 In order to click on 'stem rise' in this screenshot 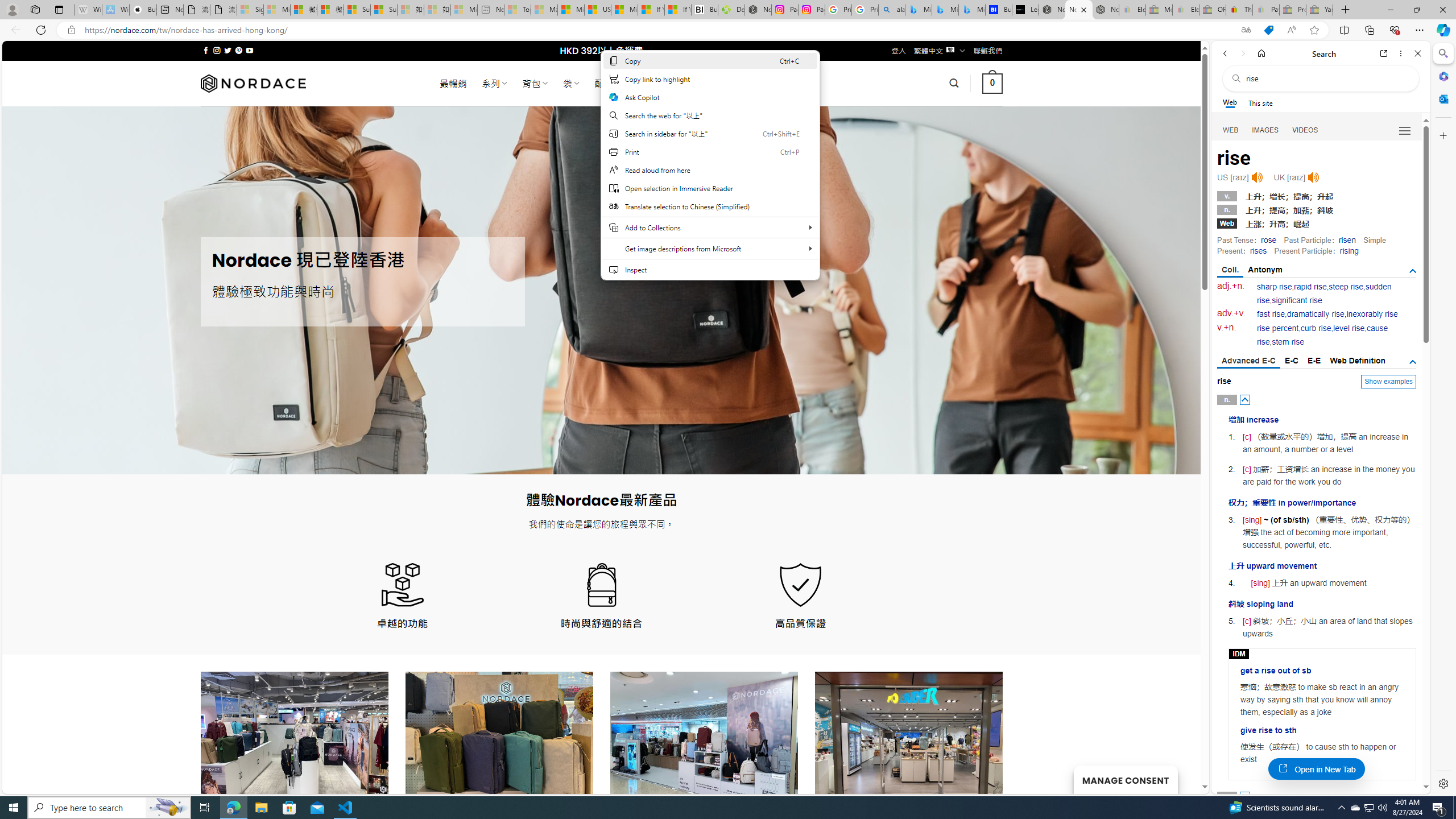, I will do `click(1287, 342)`.